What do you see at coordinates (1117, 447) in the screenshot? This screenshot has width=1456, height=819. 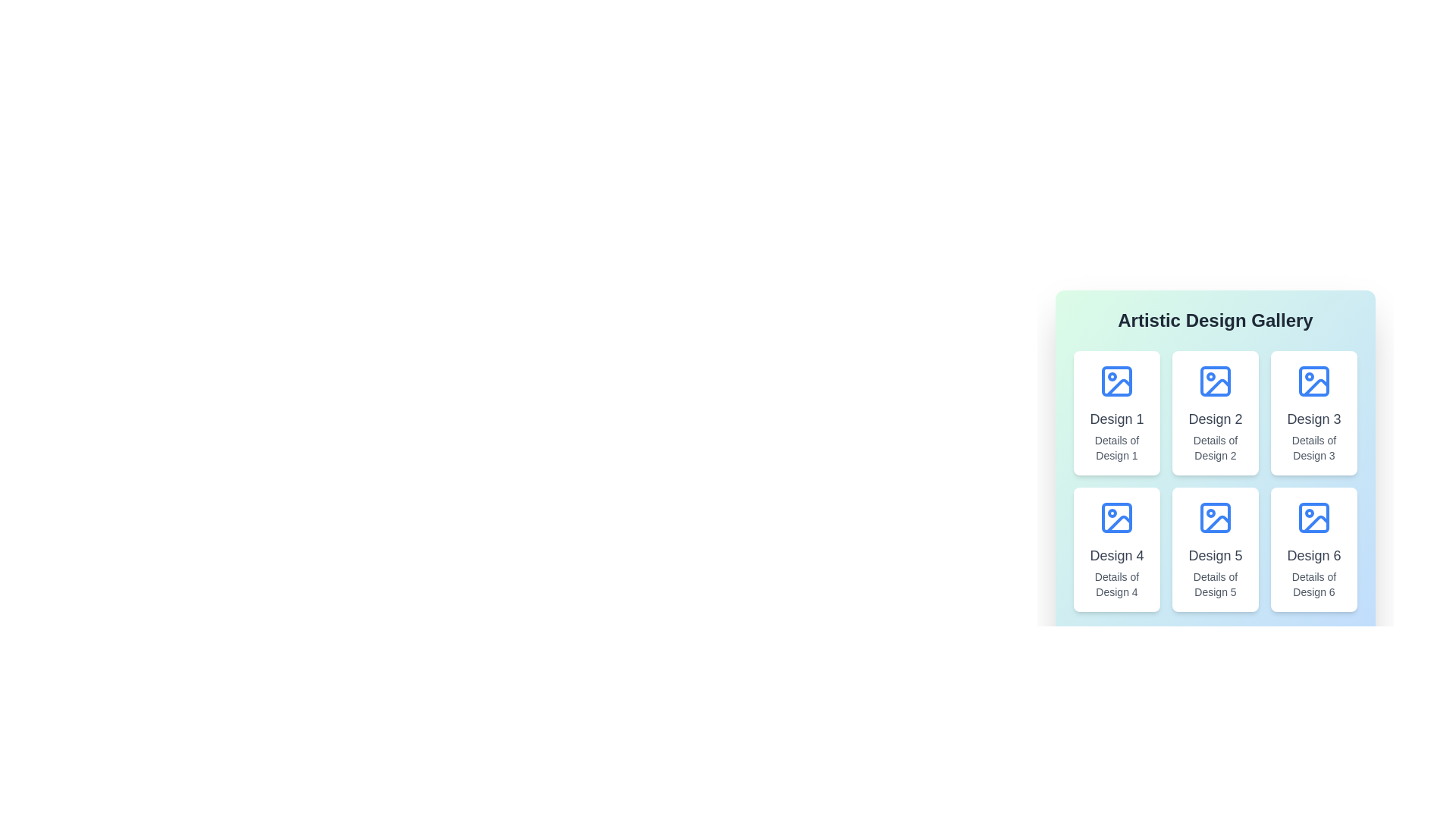 I see `the static text label providing additional descriptive information about 'Design 1', located directly under the heading in the first cell of a 2x3 grid` at bounding box center [1117, 447].